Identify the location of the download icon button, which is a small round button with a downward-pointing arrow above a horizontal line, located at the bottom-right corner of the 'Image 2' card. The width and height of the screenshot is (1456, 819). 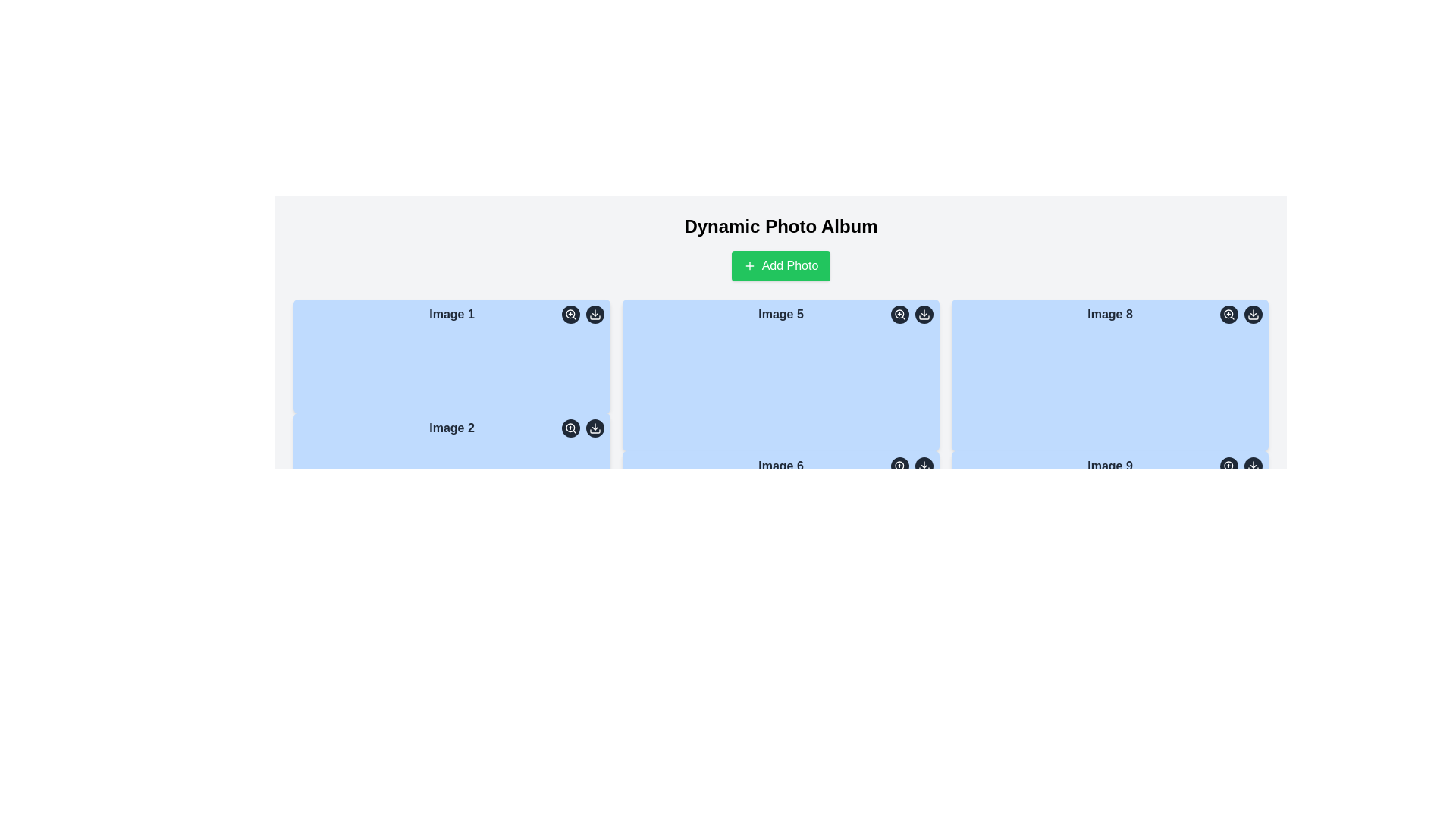
(595, 428).